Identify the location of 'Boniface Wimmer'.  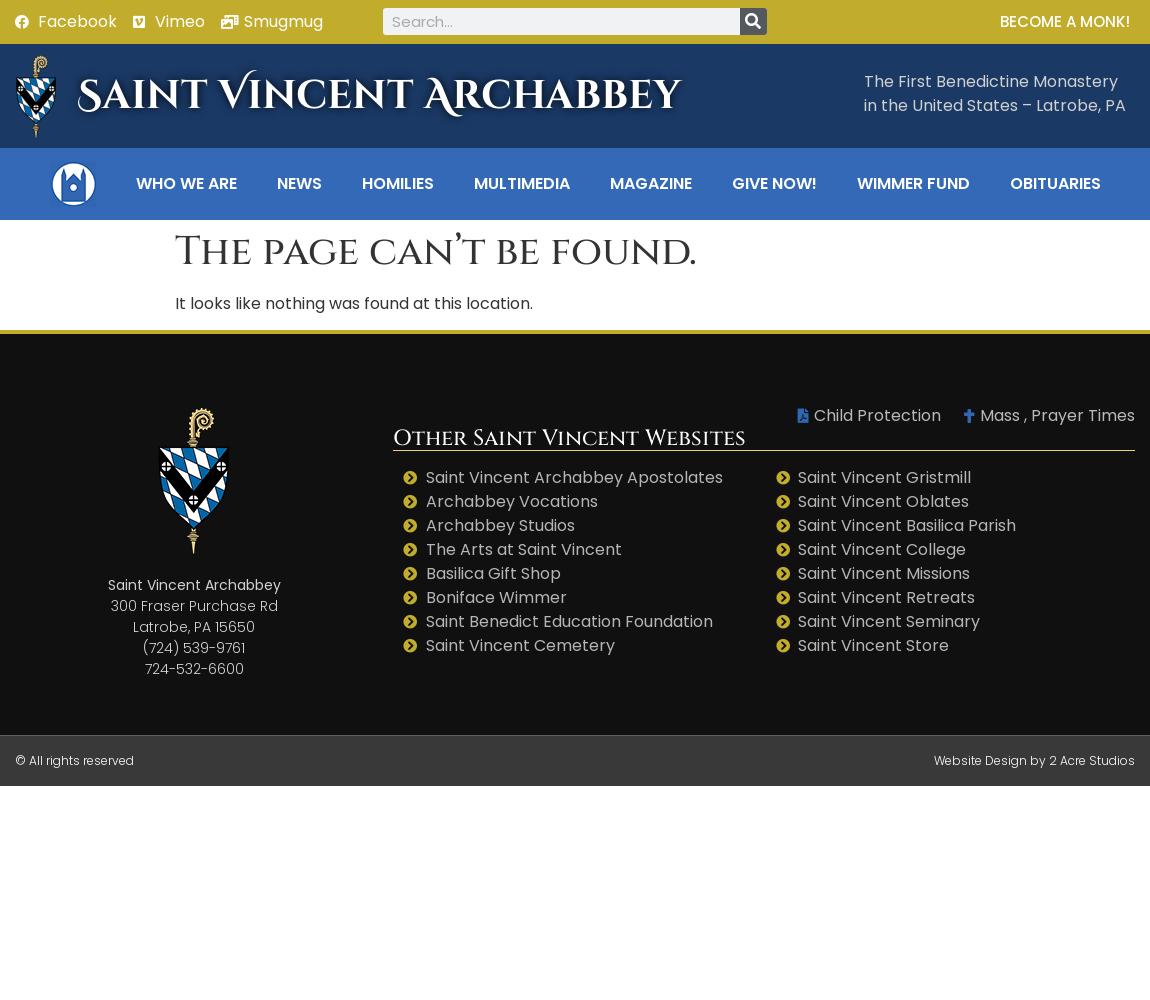
(495, 596).